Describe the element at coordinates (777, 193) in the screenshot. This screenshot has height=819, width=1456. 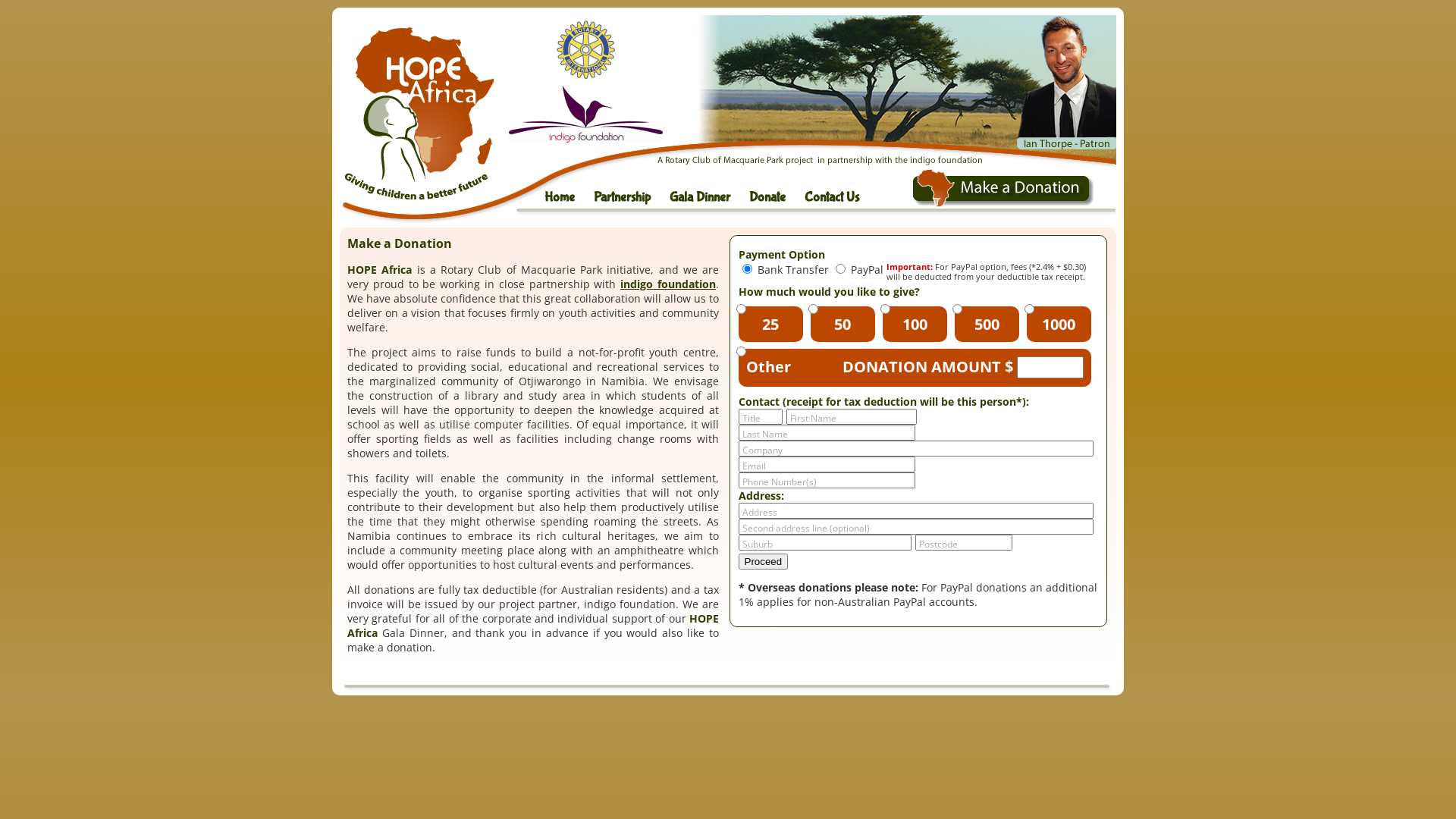
I see `'Donate'` at that location.